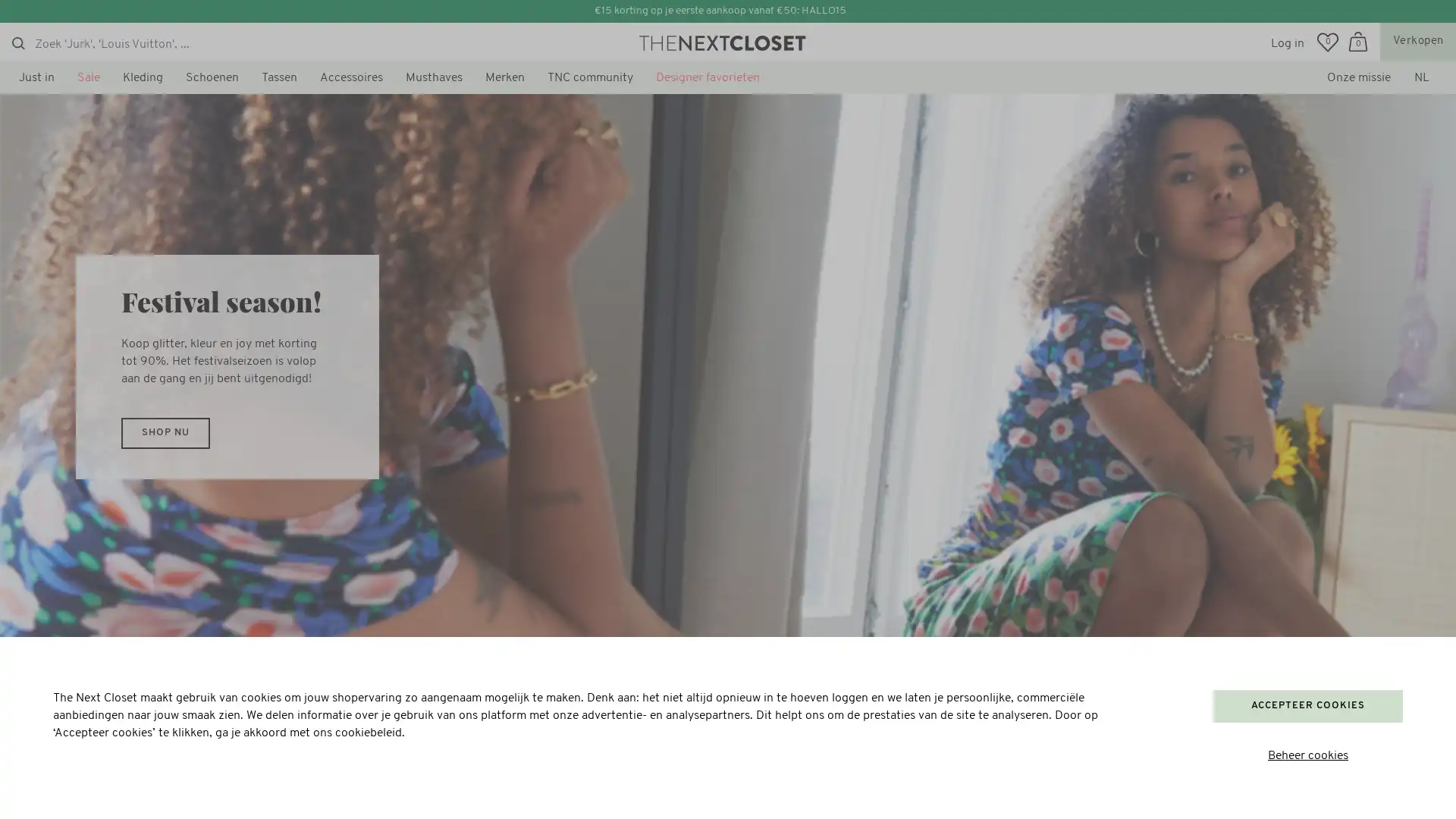 The image size is (1456, 819). Describe the element at coordinates (1307, 756) in the screenshot. I see `Beheer cookies` at that location.